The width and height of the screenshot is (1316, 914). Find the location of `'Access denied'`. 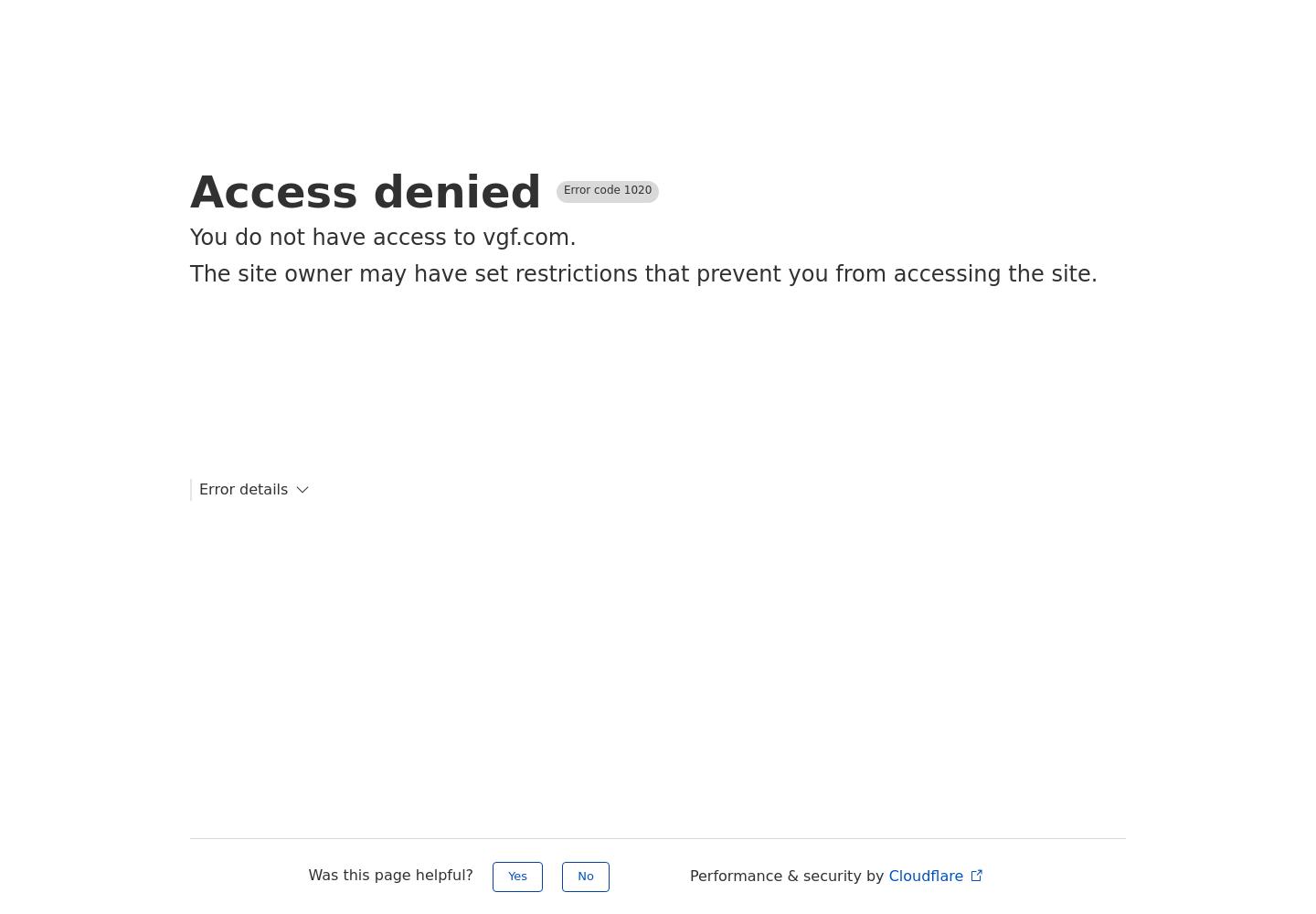

'Access denied' is located at coordinates (365, 191).